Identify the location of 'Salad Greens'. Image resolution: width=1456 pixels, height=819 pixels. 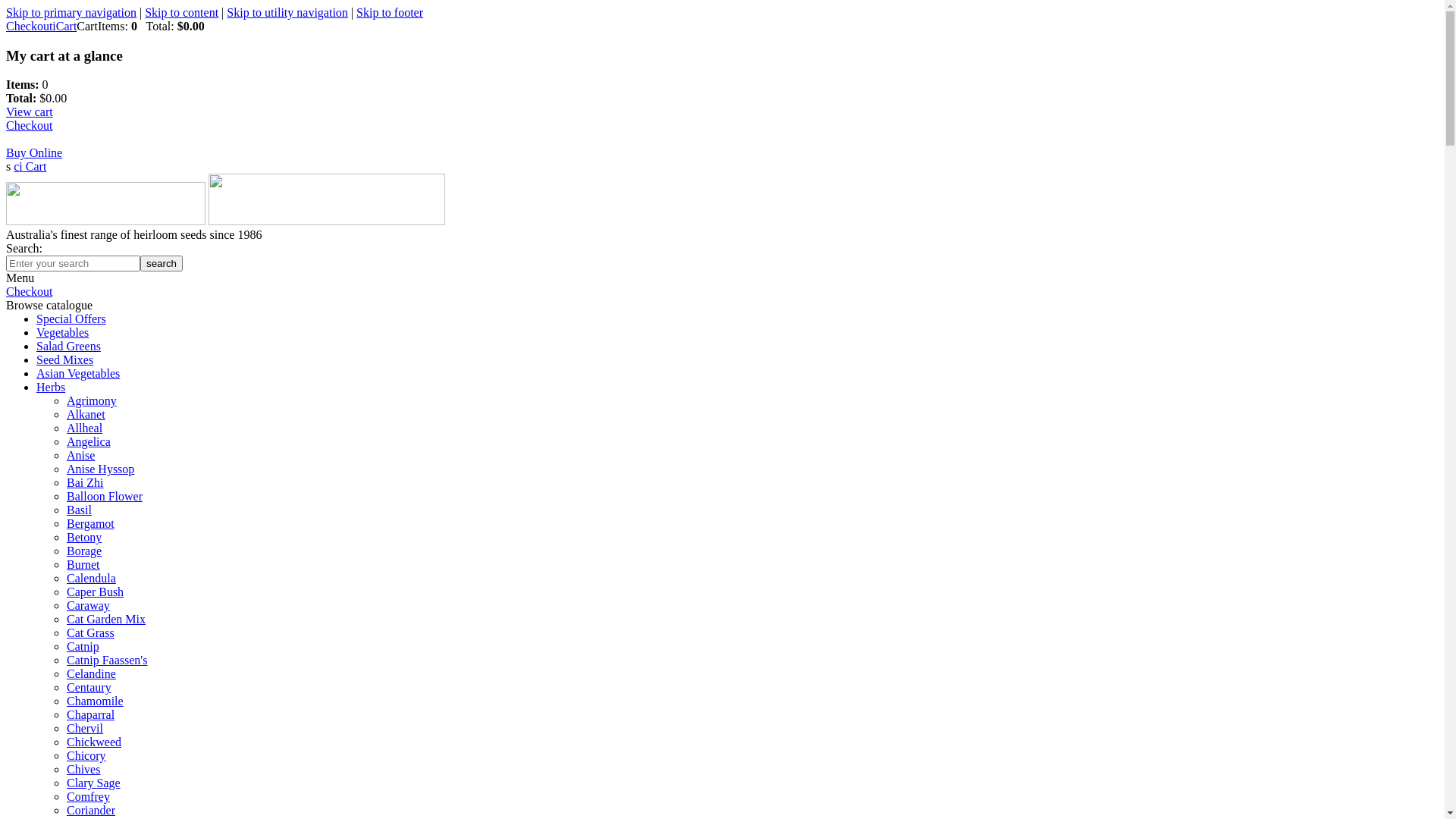
(36, 346).